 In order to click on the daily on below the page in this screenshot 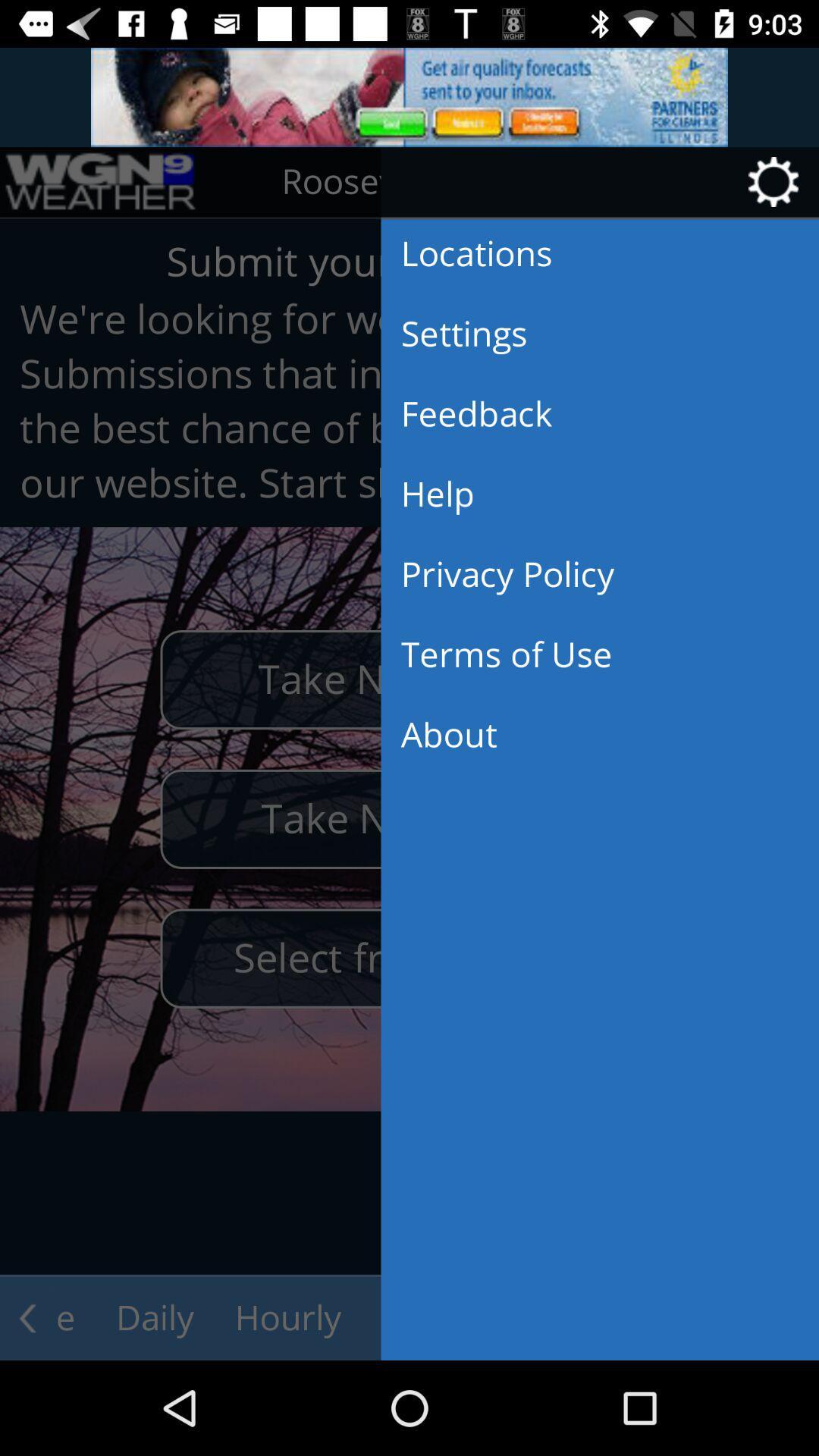, I will do `click(155, 1317)`.